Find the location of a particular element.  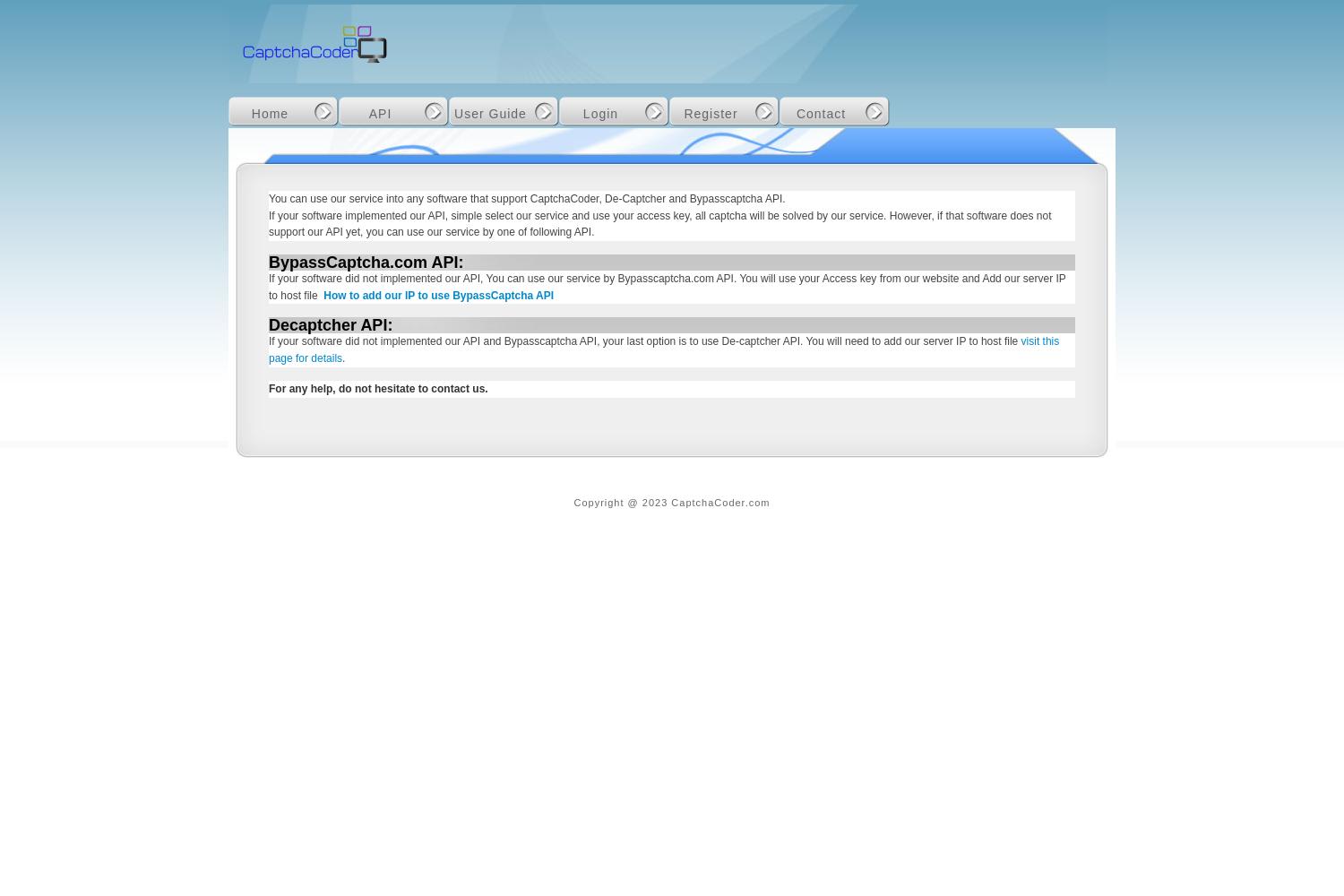

'.' is located at coordinates (343, 358).